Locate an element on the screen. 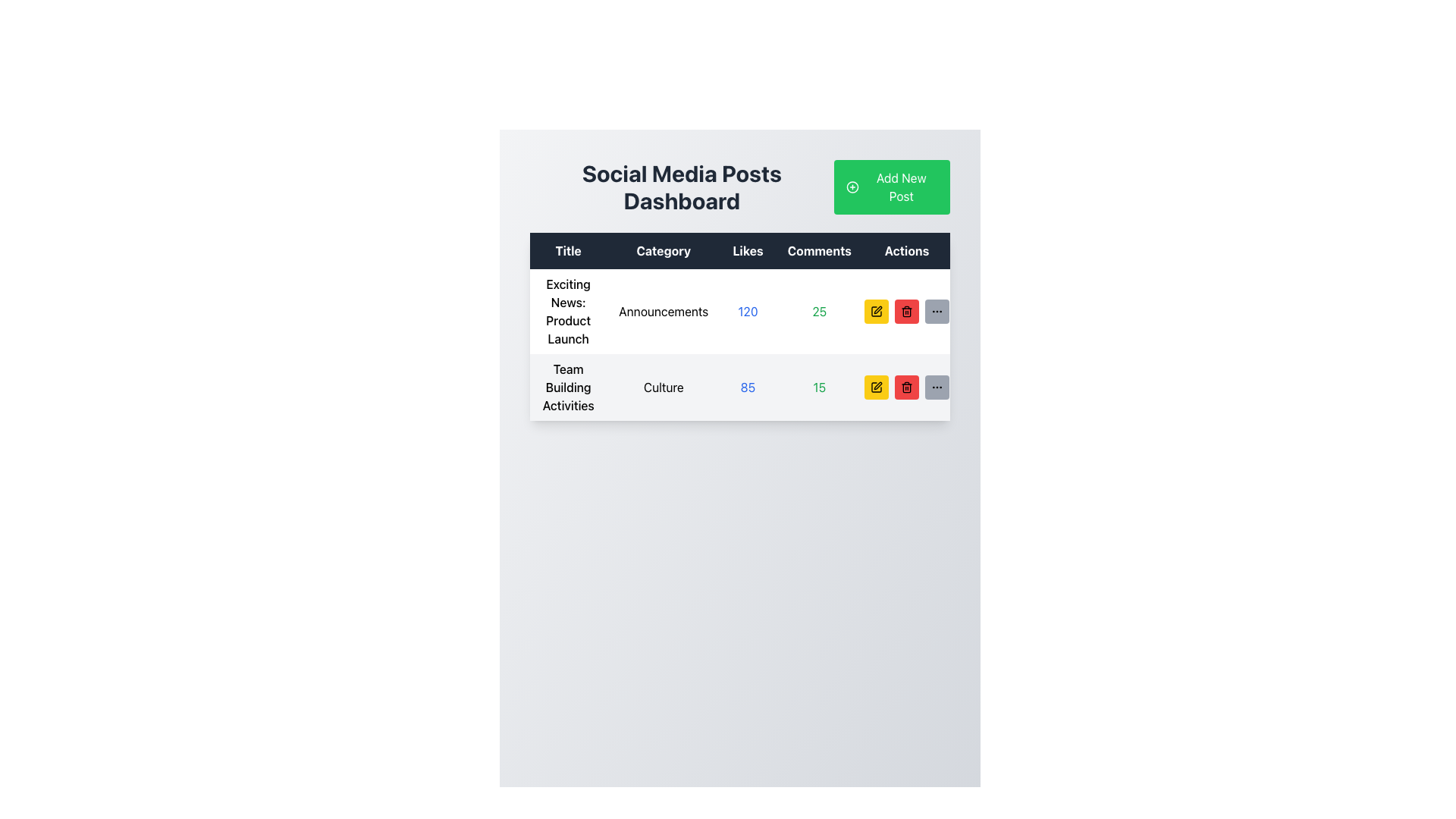  the small square-shaped icon with a yellow background and black diagonal lines located within the 'Edit' button of the 'Team Building Activities' entry in the 'Actions' column is located at coordinates (877, 311).